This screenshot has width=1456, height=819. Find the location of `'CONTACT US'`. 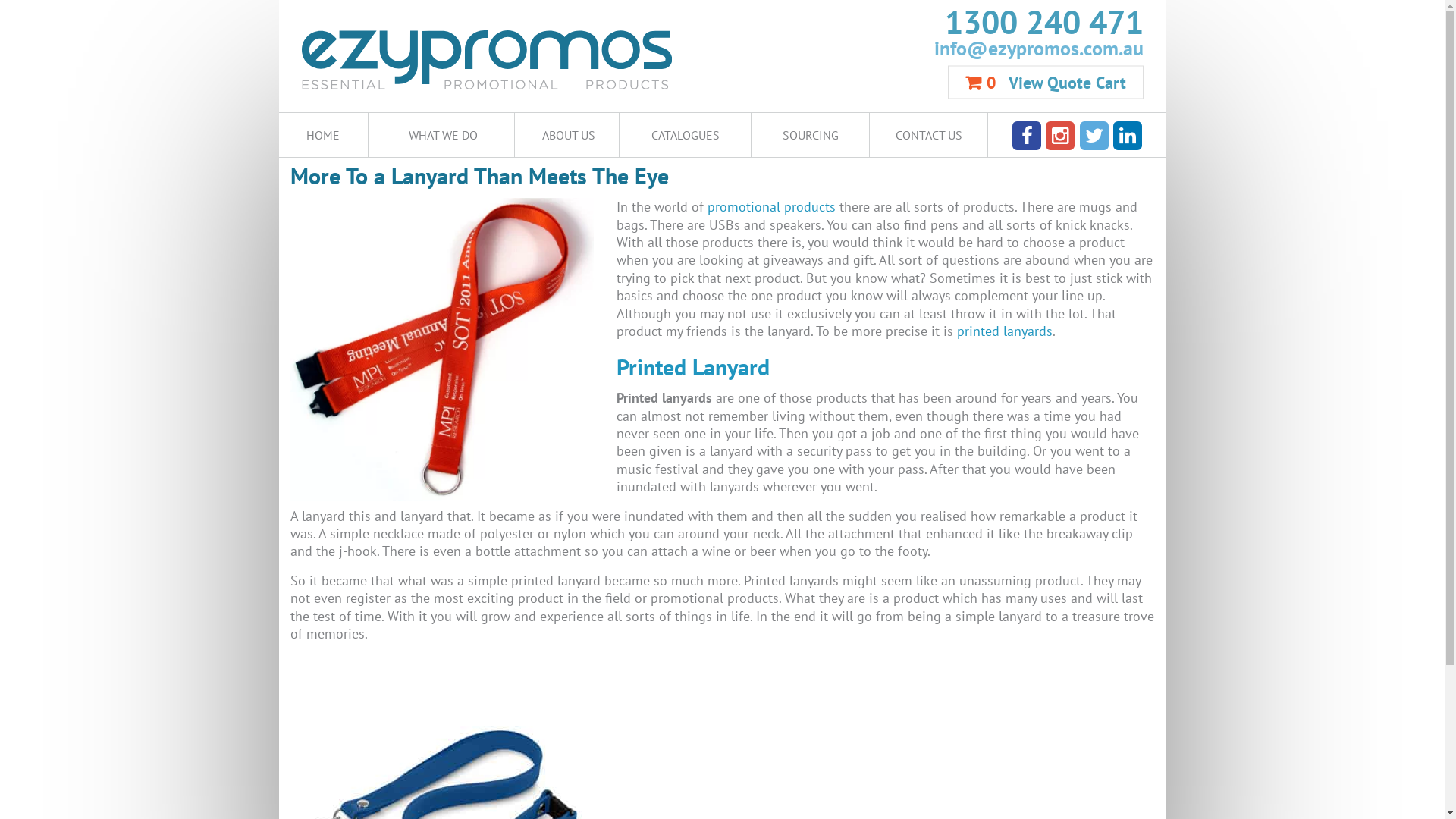

'CONTACT US' is located at coordinates (927, 133).